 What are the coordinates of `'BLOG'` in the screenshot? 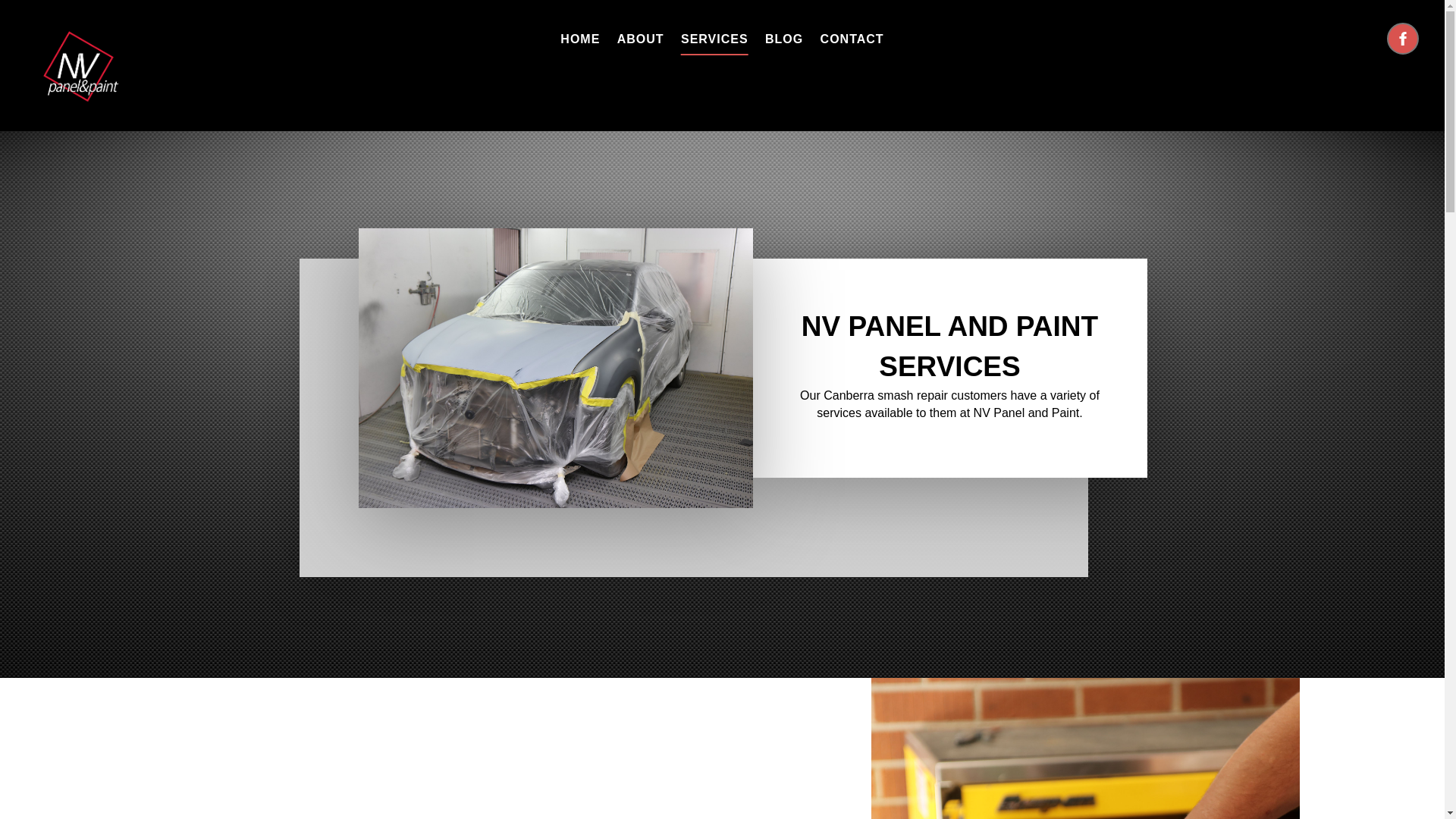 It's located at (783, 38).